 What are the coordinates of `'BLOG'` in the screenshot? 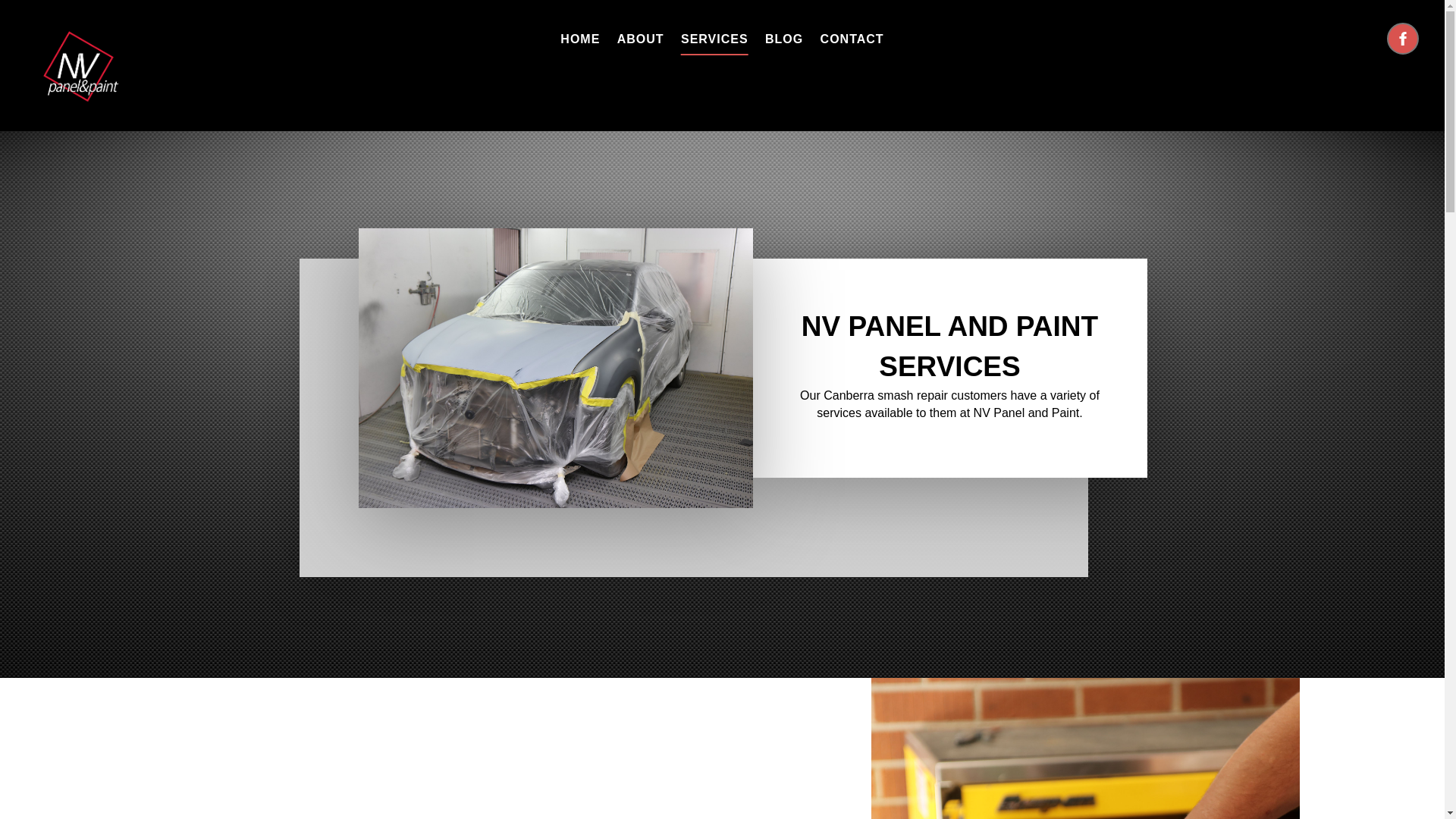 It's located at (783, 38).